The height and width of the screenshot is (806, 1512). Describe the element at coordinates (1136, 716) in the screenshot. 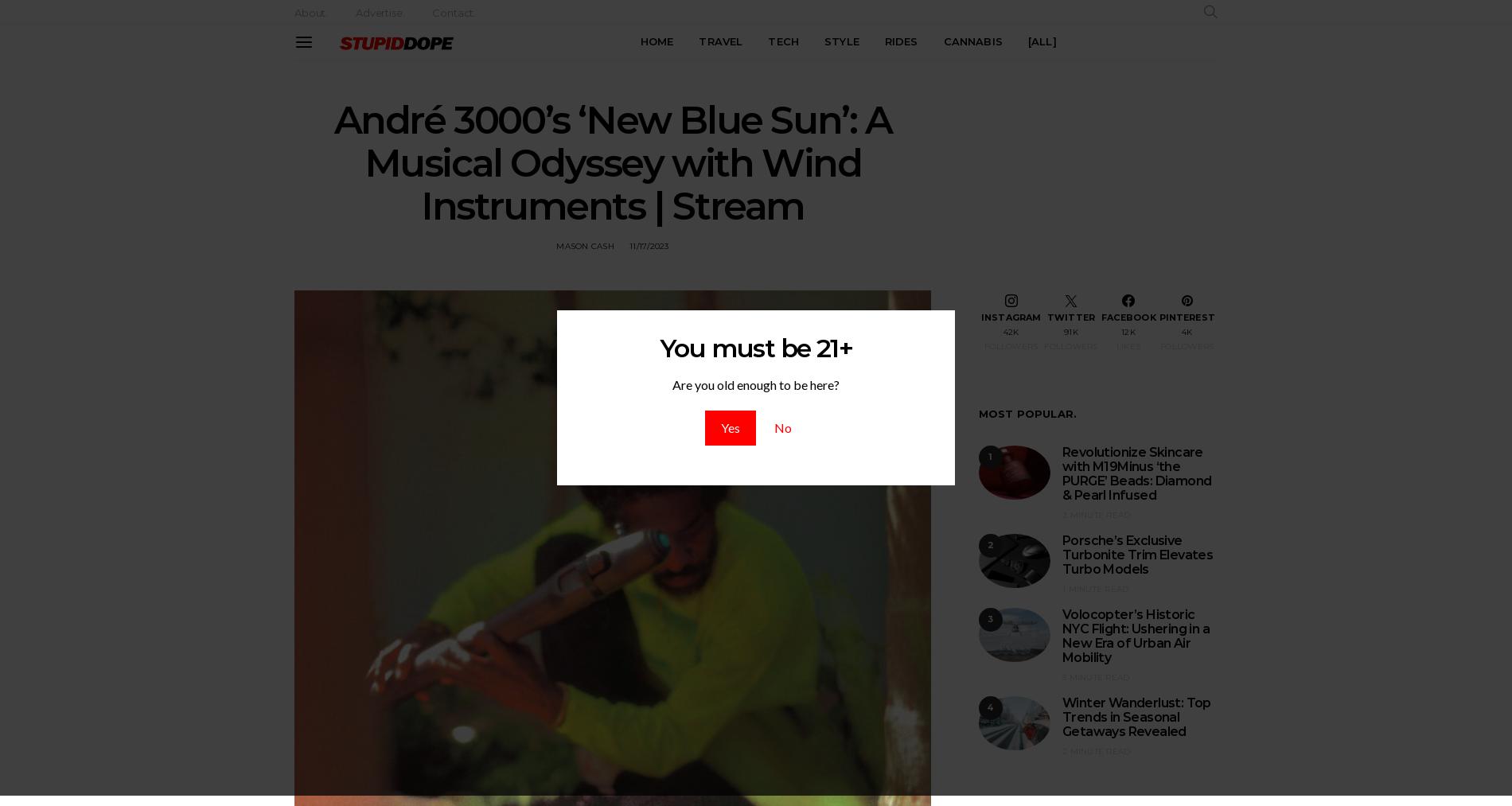

I see `'Winter Wanderlust: Top Trends in Seasonal Getaways Revealed'` at that location.